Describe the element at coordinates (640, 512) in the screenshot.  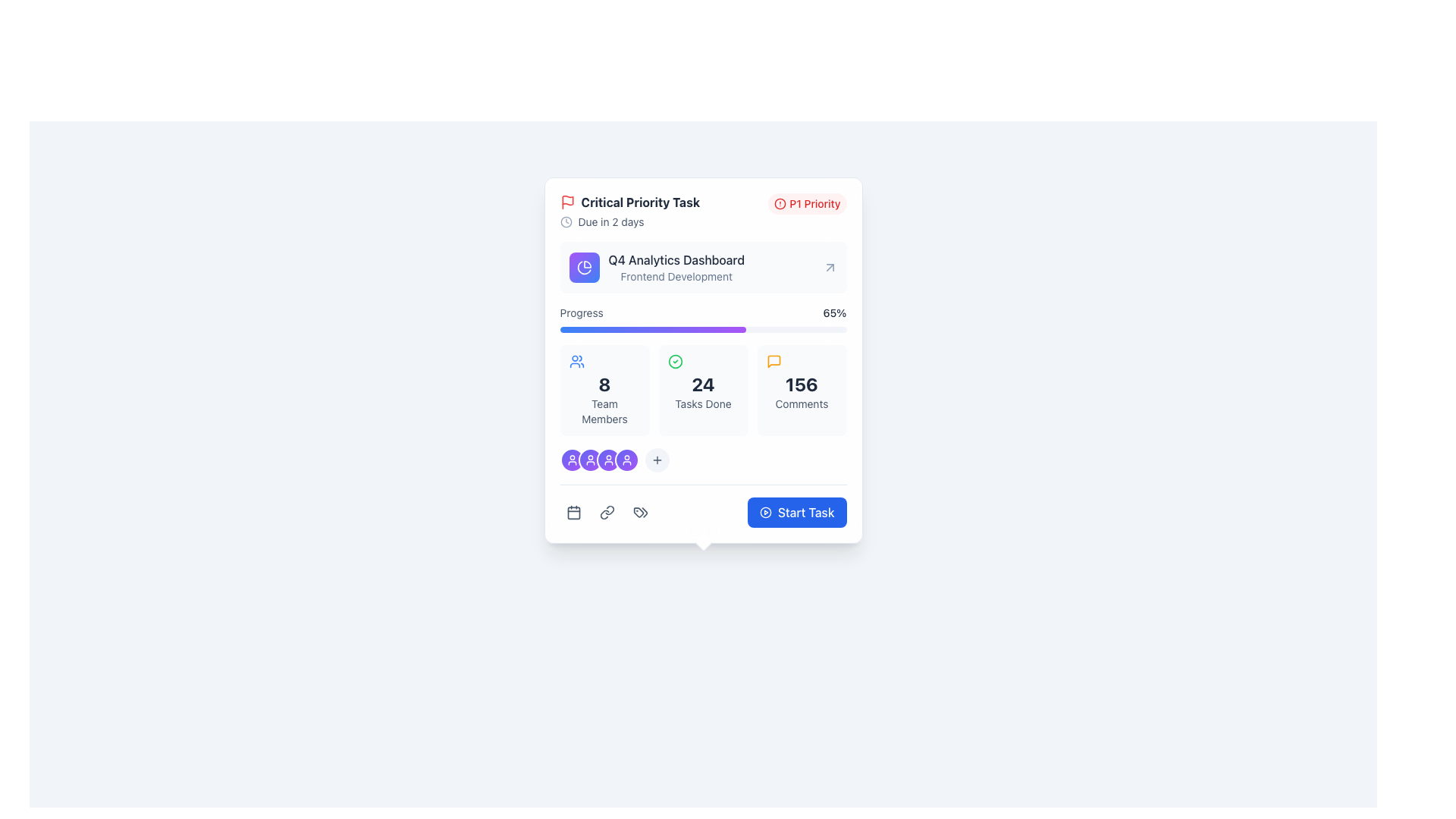
I see `the tagging icon button located in the middle of the toolbar at the bottom of the task card` at that location.